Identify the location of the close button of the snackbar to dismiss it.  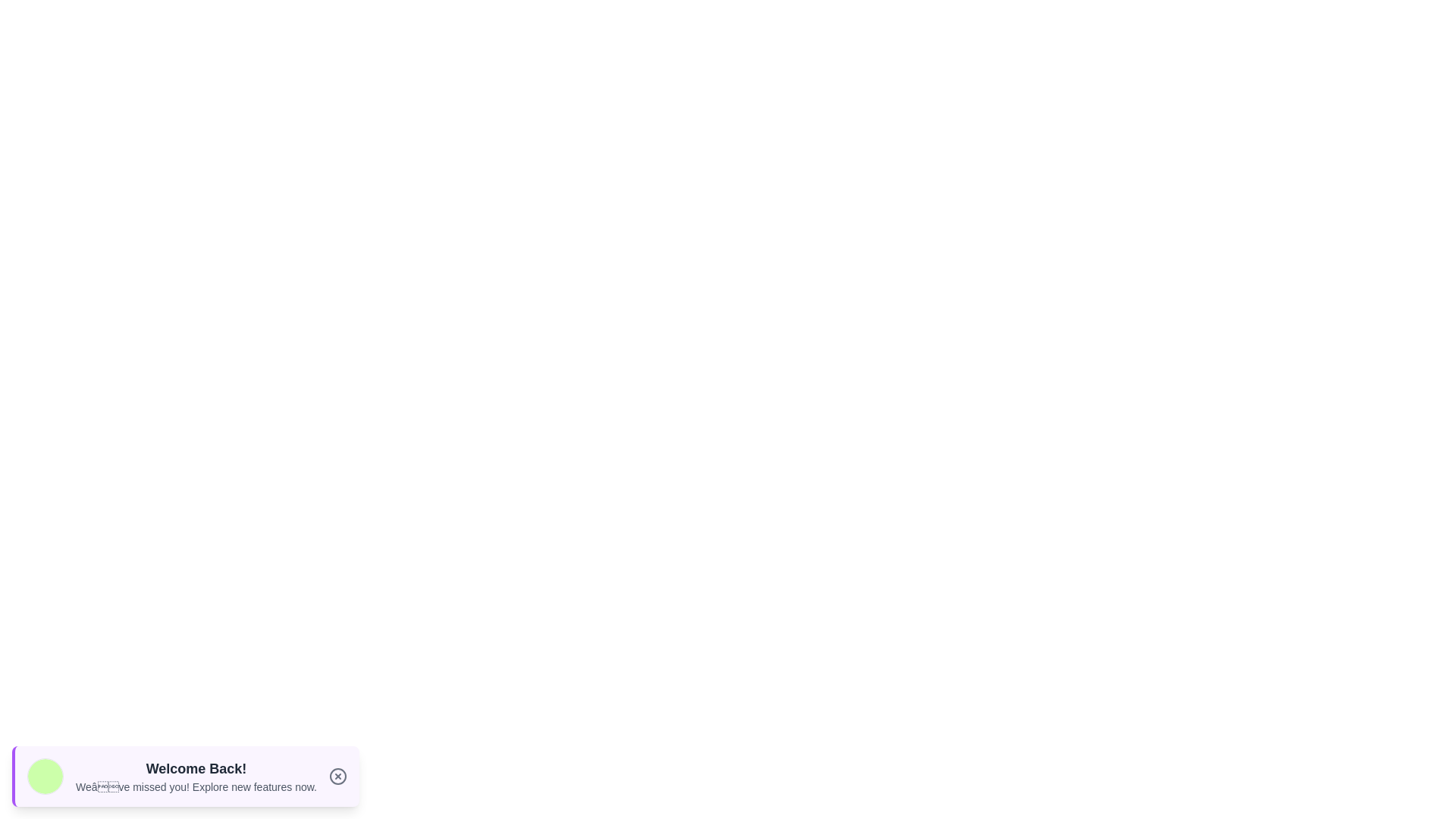
(337, 776).